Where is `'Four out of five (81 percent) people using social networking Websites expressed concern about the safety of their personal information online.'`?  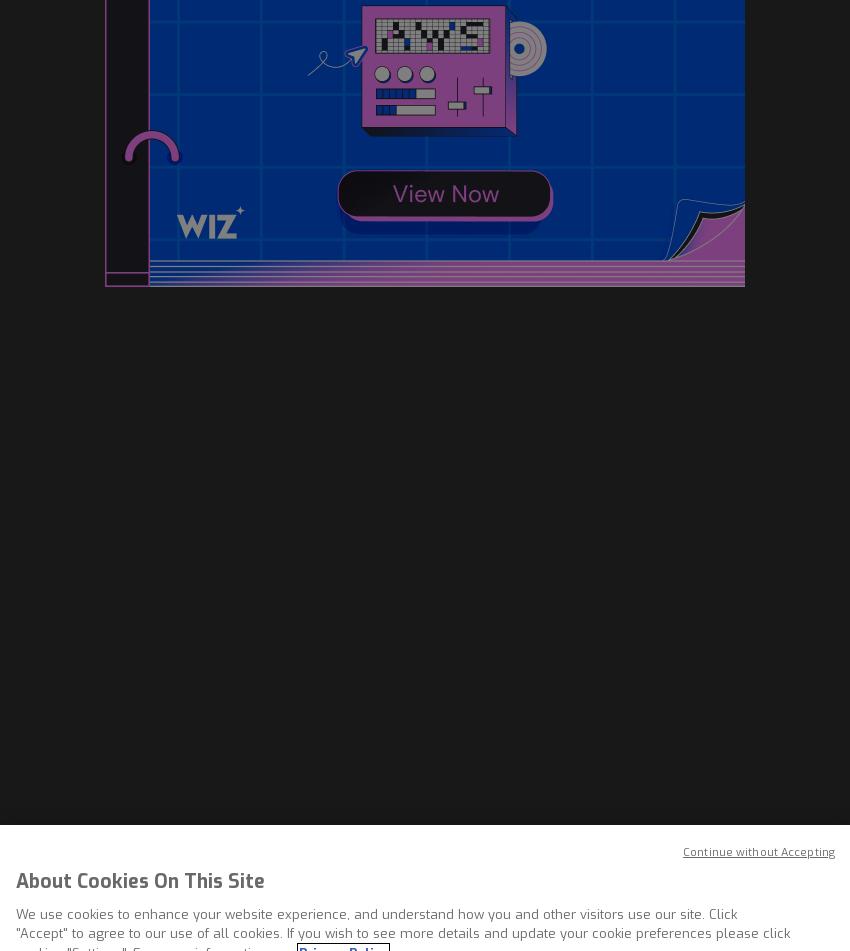
'Four out of five (81 percent) people using social networking Websites expressed concern about the safety of their personal information online.' is located at coordinates (404, 98).